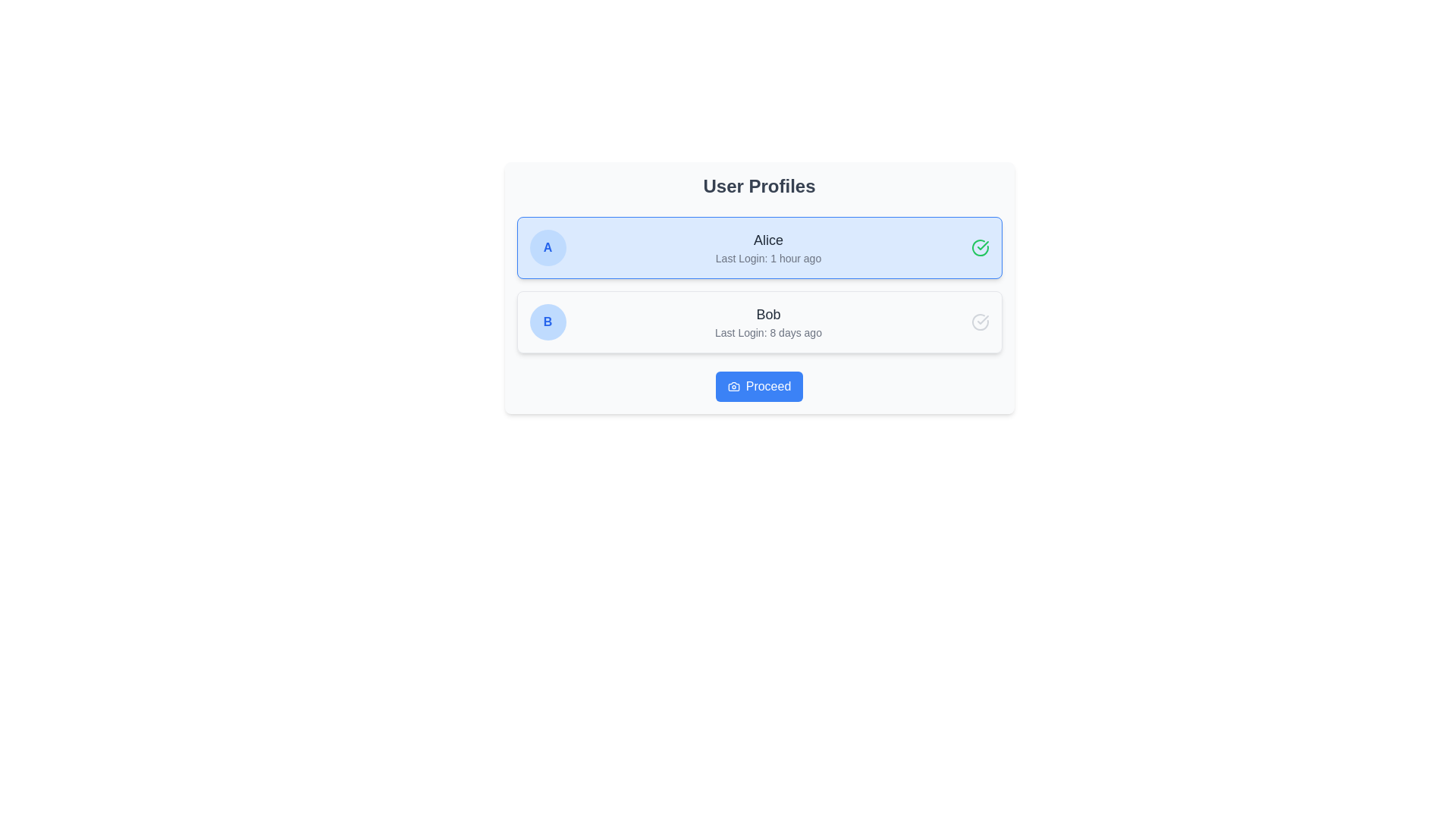  Describe the element at coordinates (547, 247) in the screenshot. I see `the Decorative Badge or Icon featuring a light blue background with a bold blue letter 'A', positioned to the left of the text 'Alice'` at that location.